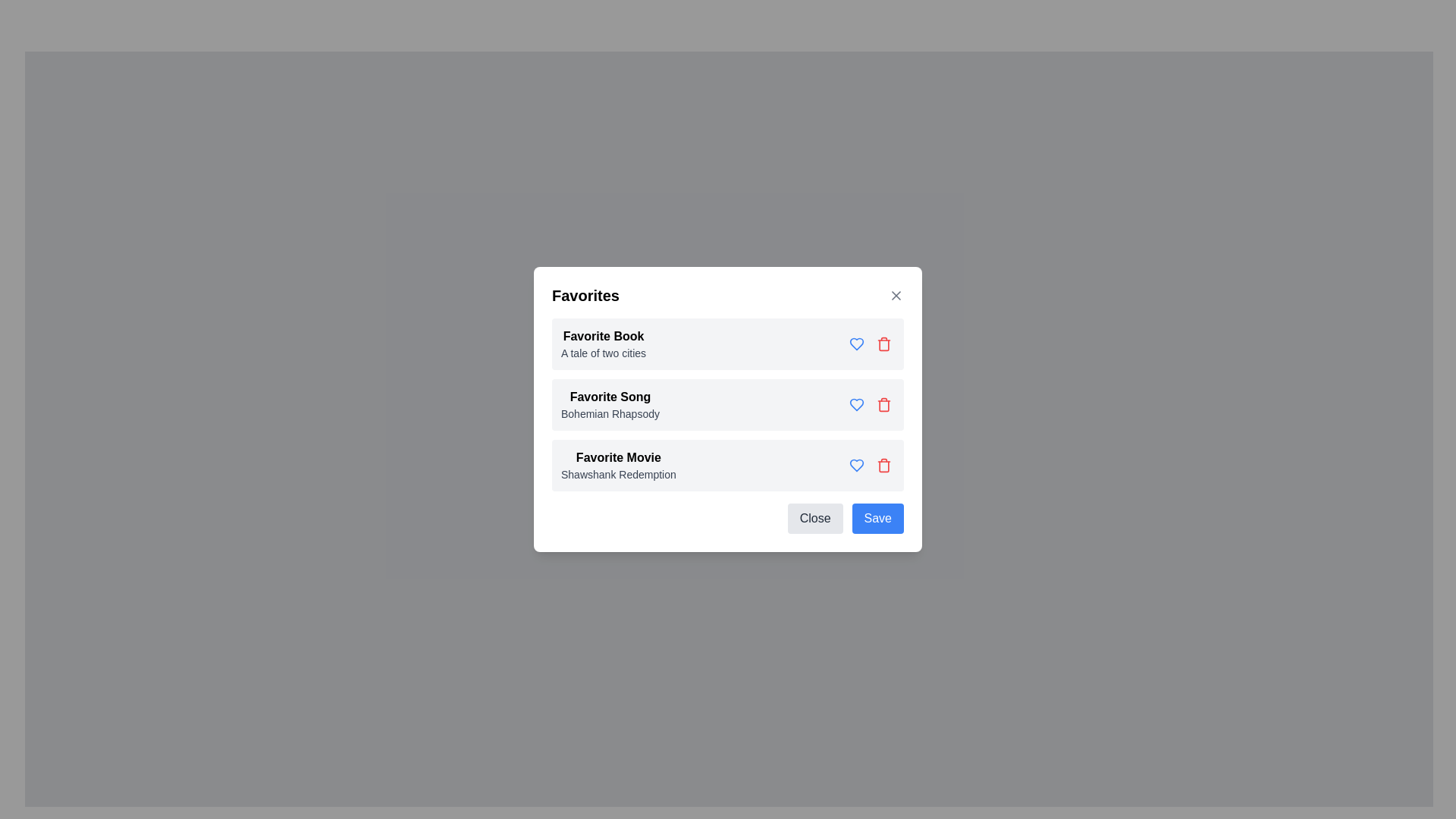 This screenshot has width=1456, height=819. What do you see at coordinates (870, 464) in the screenshot?
I see `the blue heart icon located at the right end of the 'Favorite Movie - Shawshank Redemption' row in the modal` at bounding box center [870, 464].